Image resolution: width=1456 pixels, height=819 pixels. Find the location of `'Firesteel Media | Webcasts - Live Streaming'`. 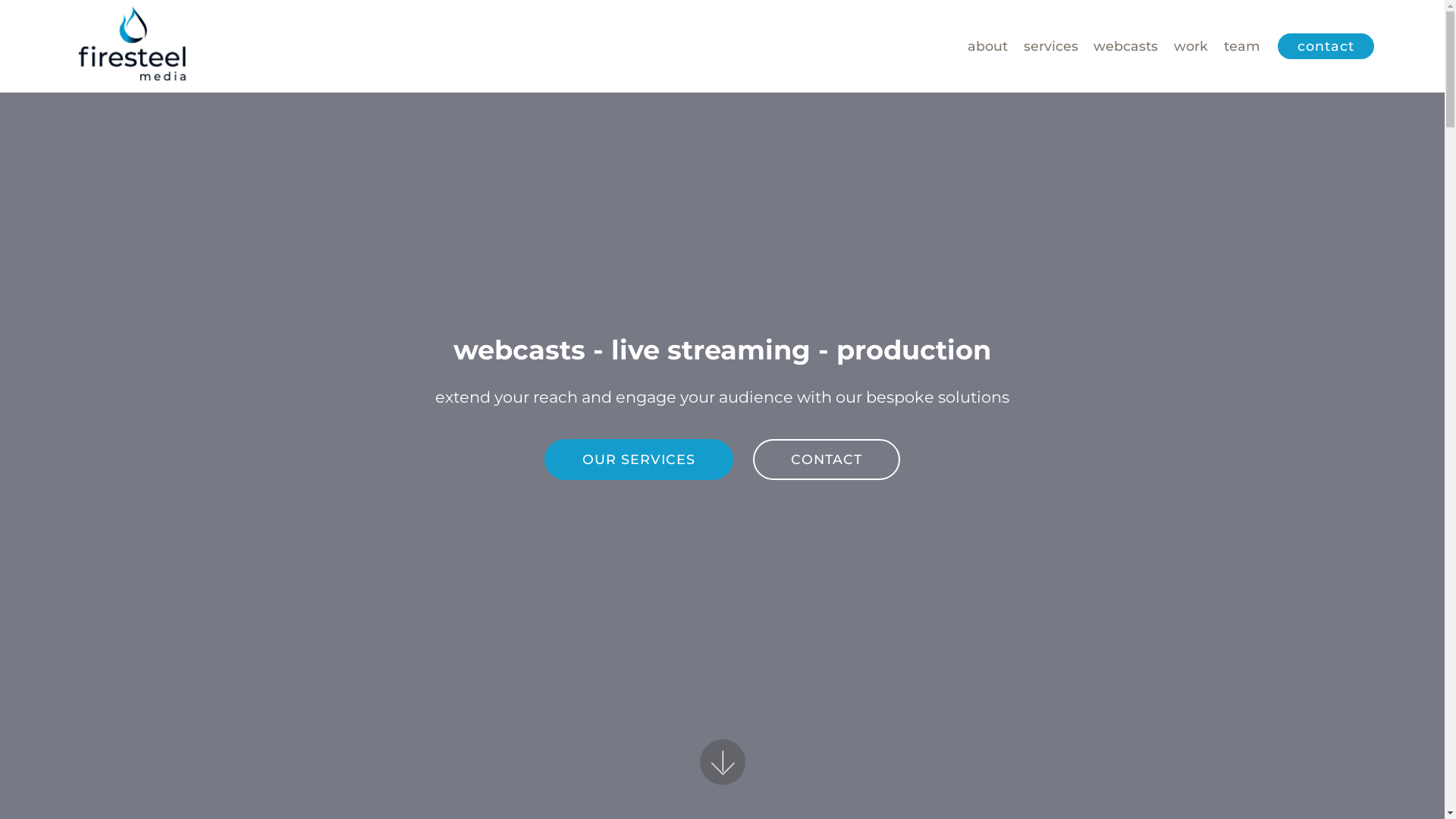

'Firesteel Media | Webcasts - Live Streaming' is located at coordinates (133, 45).